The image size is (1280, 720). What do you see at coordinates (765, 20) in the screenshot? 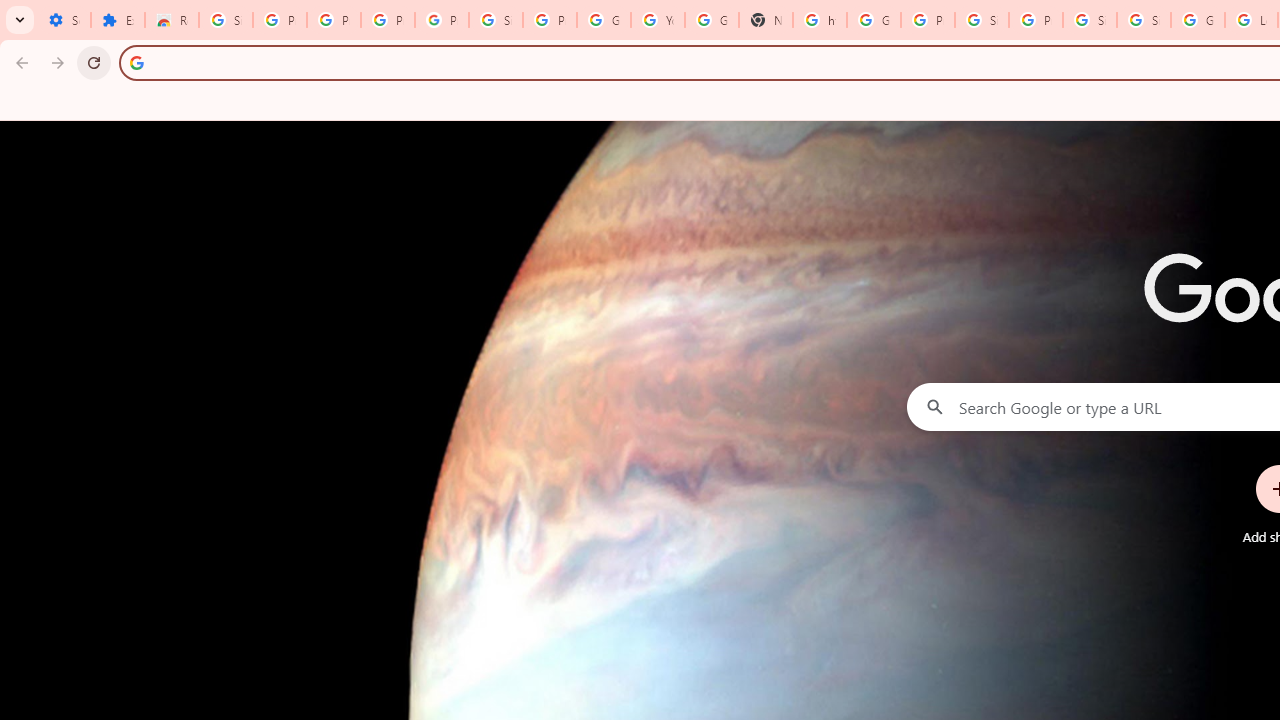
I see `'New Tab'` at bounding box center [765, 20].